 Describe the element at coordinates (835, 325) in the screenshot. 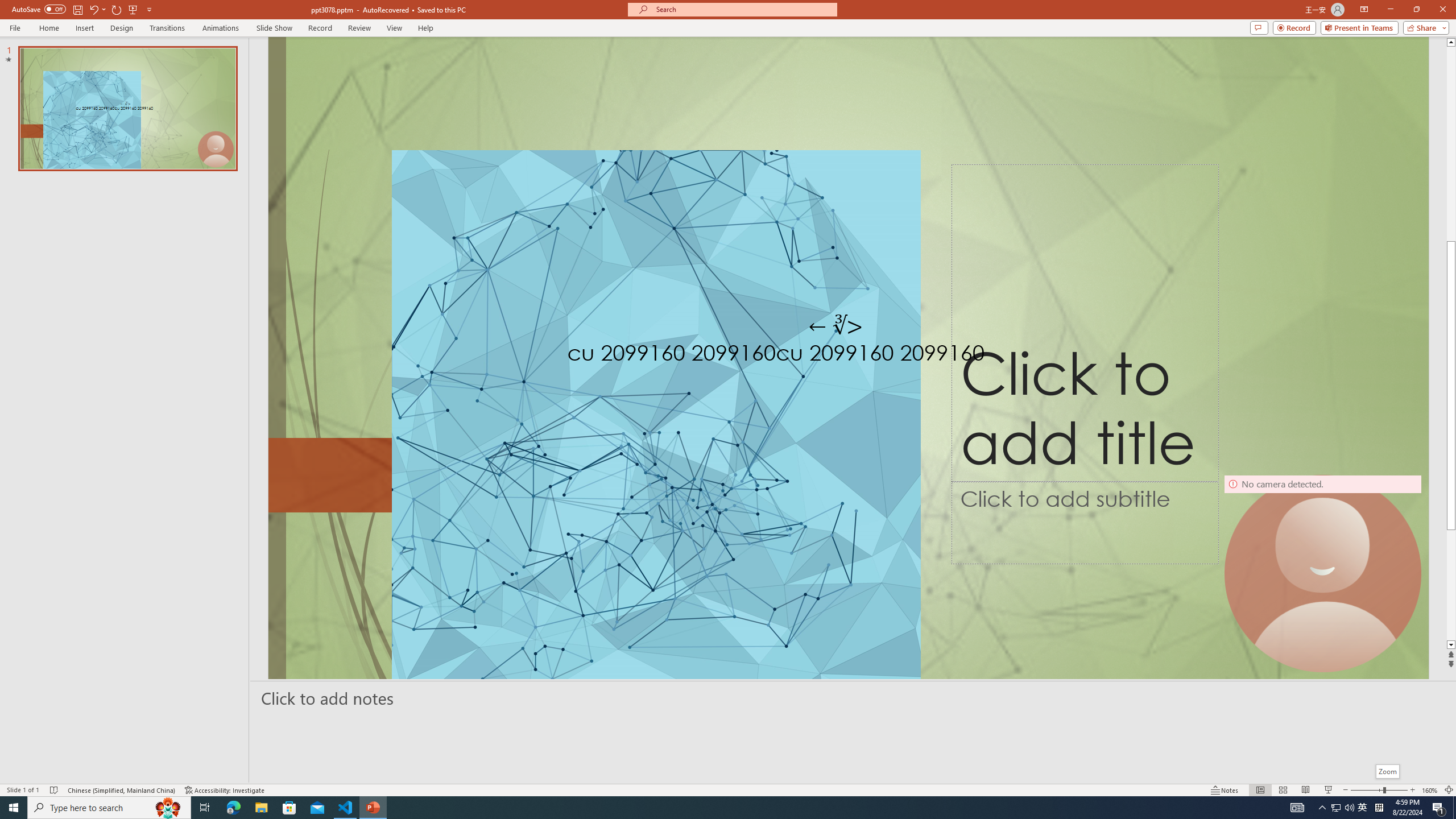

I see `'TextBox 7'` at that location.